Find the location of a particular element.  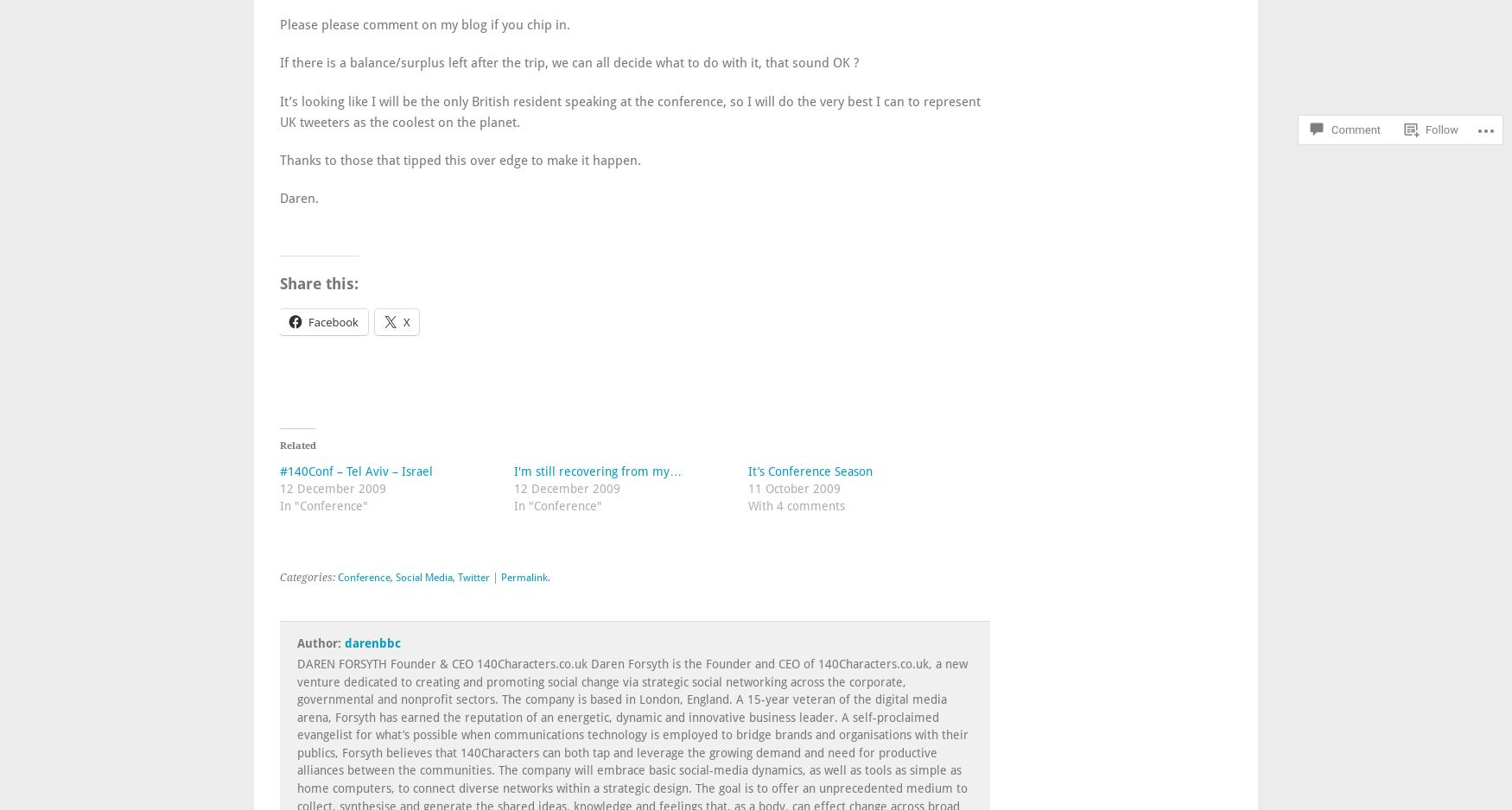

'Twitter' is located at coordinates (473, 576).